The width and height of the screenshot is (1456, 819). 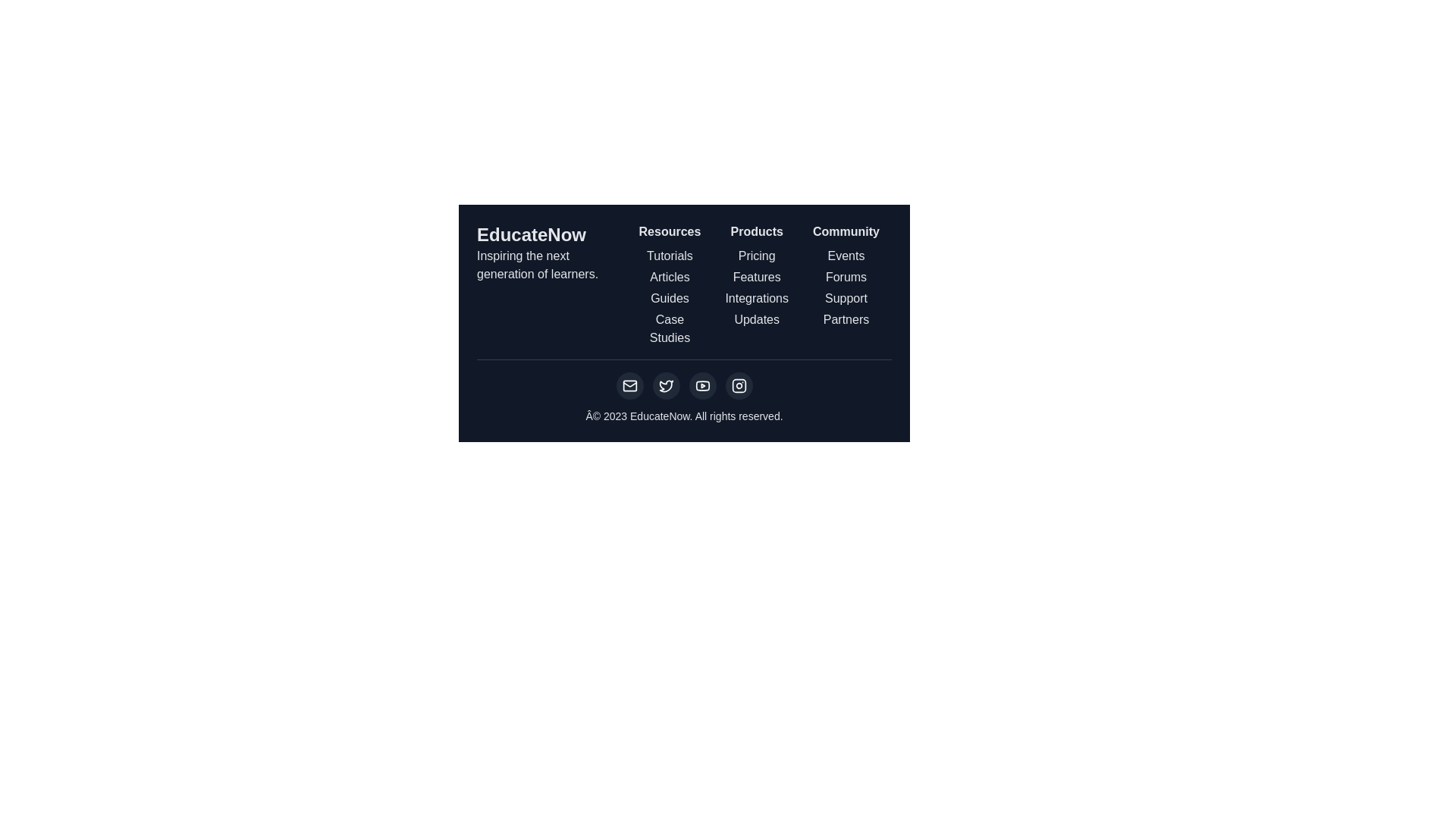 I want to click on 'Resources' category header text located at the top of the footer navigation panel, which organizes the subsequent items including 'Tutorials', 'Articles', 'Guides', and 'Case Studies', so click(x=669, y=231).